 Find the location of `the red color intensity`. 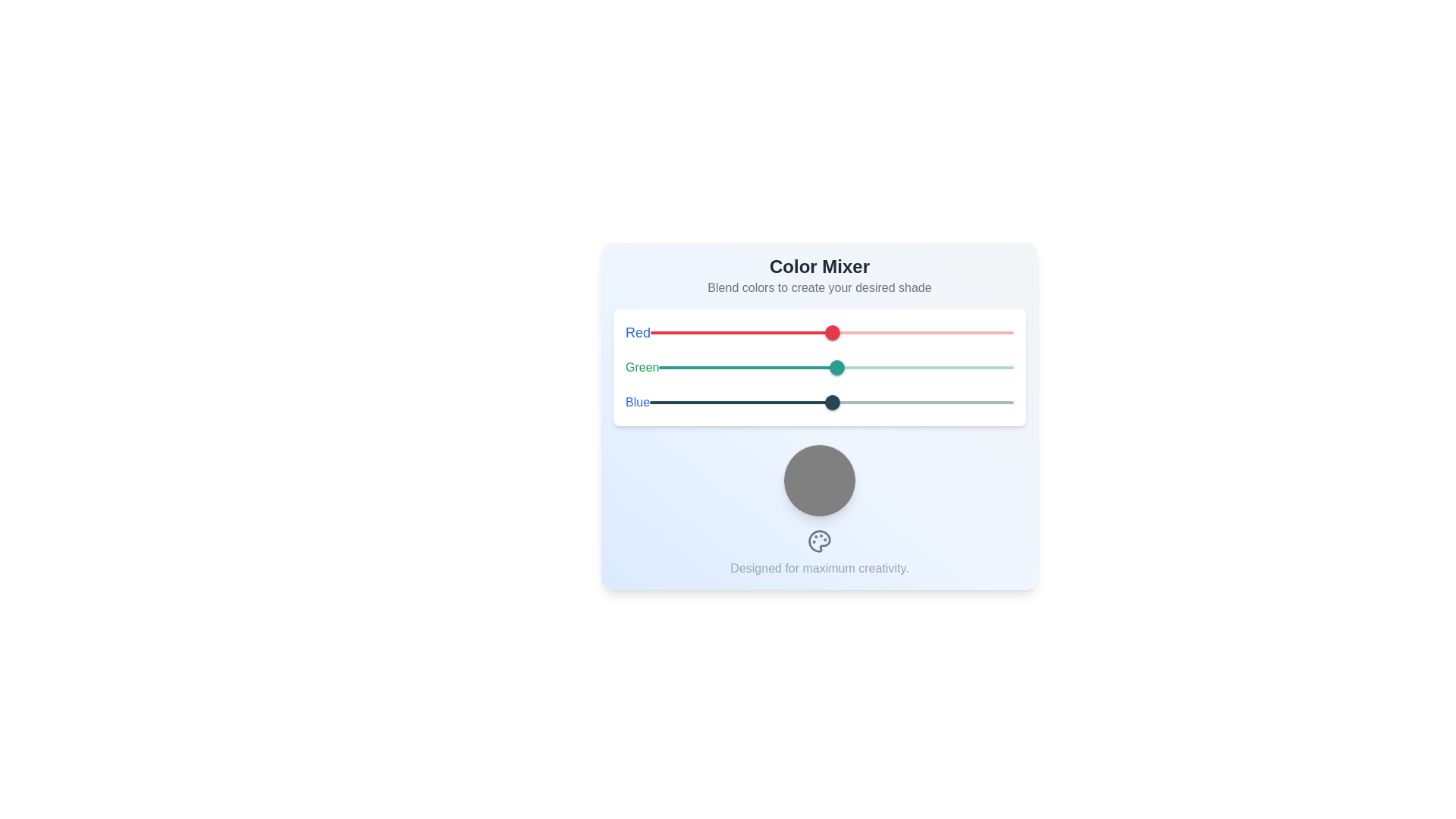

the red color intensity is located at coordinates (982, 332).